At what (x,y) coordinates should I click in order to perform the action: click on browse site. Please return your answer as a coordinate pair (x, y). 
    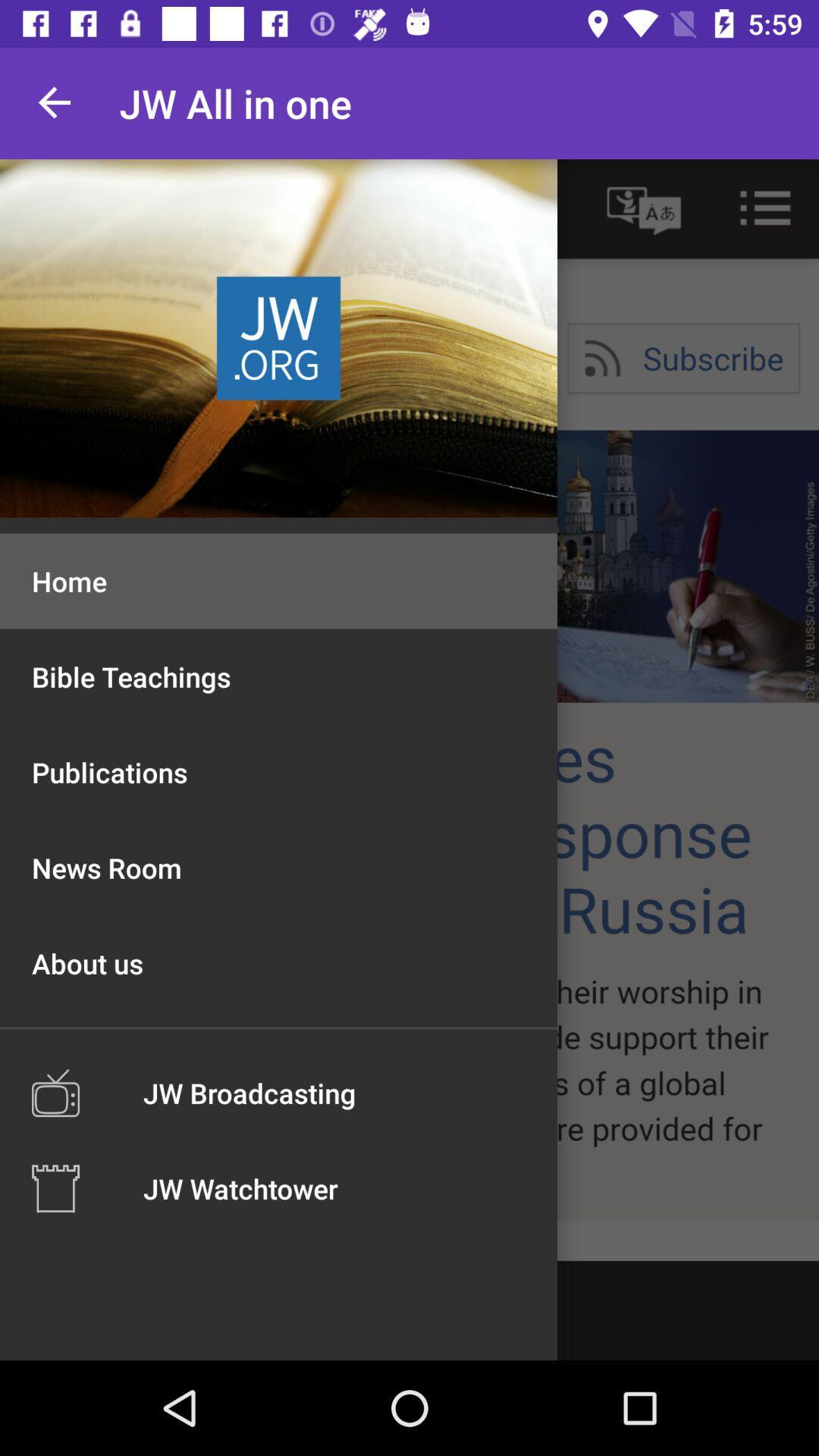
    Looking at the image, I should click on (409, 709).